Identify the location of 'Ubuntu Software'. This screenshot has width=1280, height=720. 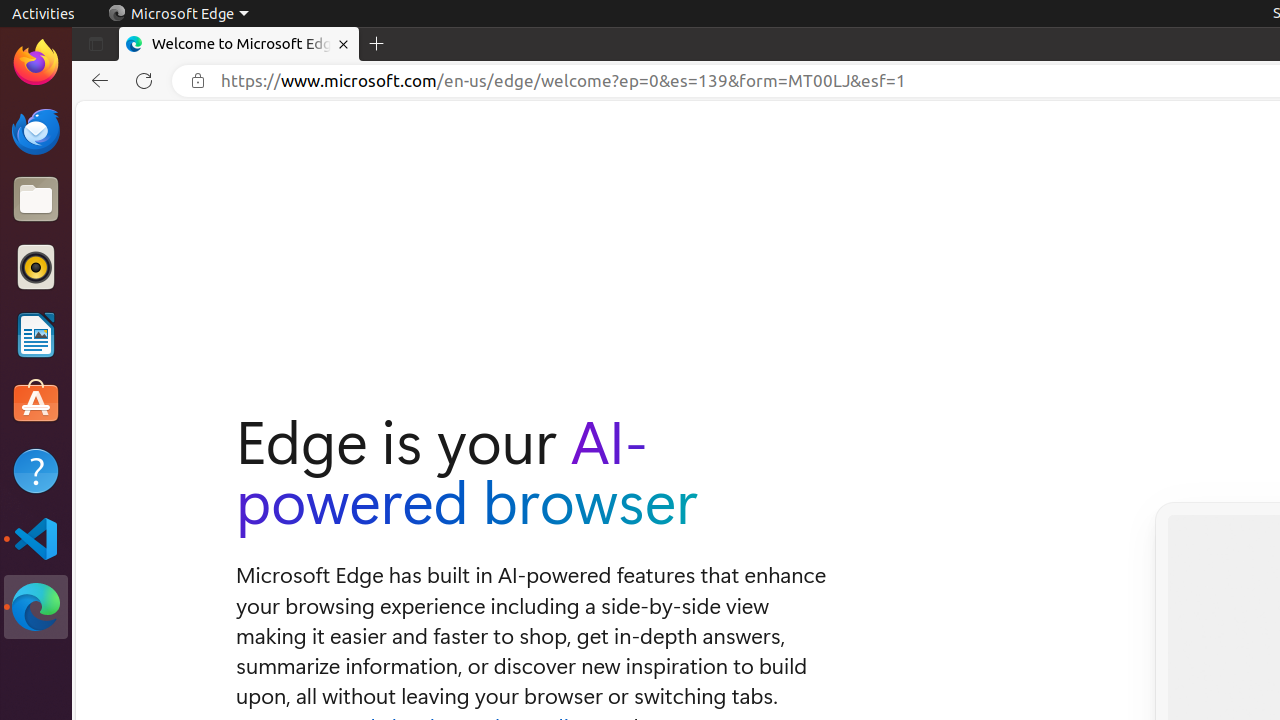
(35, 403).